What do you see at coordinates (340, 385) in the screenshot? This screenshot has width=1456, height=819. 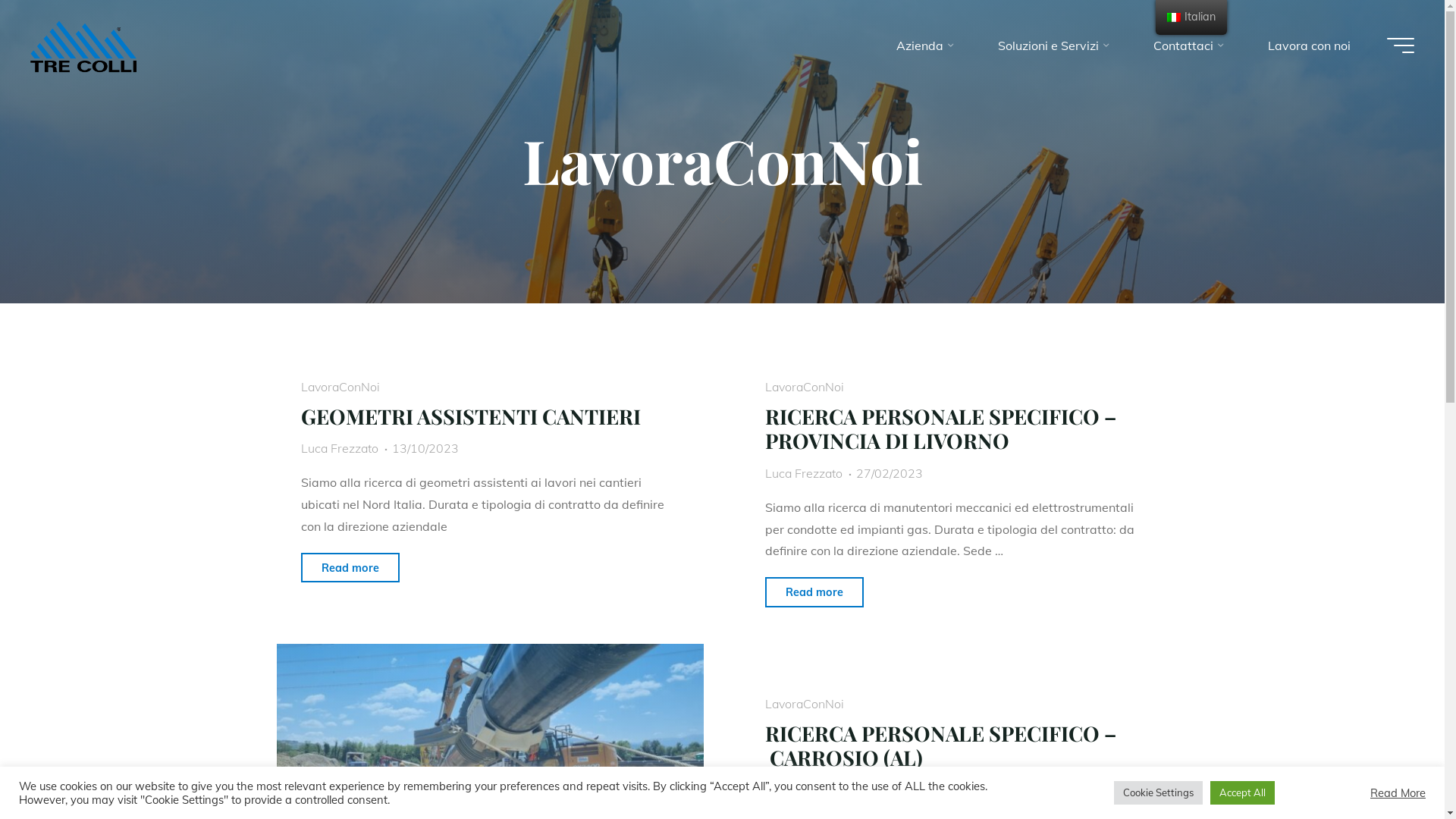 I see `'LavoraConNoi'` at bounding box center [340, 385].